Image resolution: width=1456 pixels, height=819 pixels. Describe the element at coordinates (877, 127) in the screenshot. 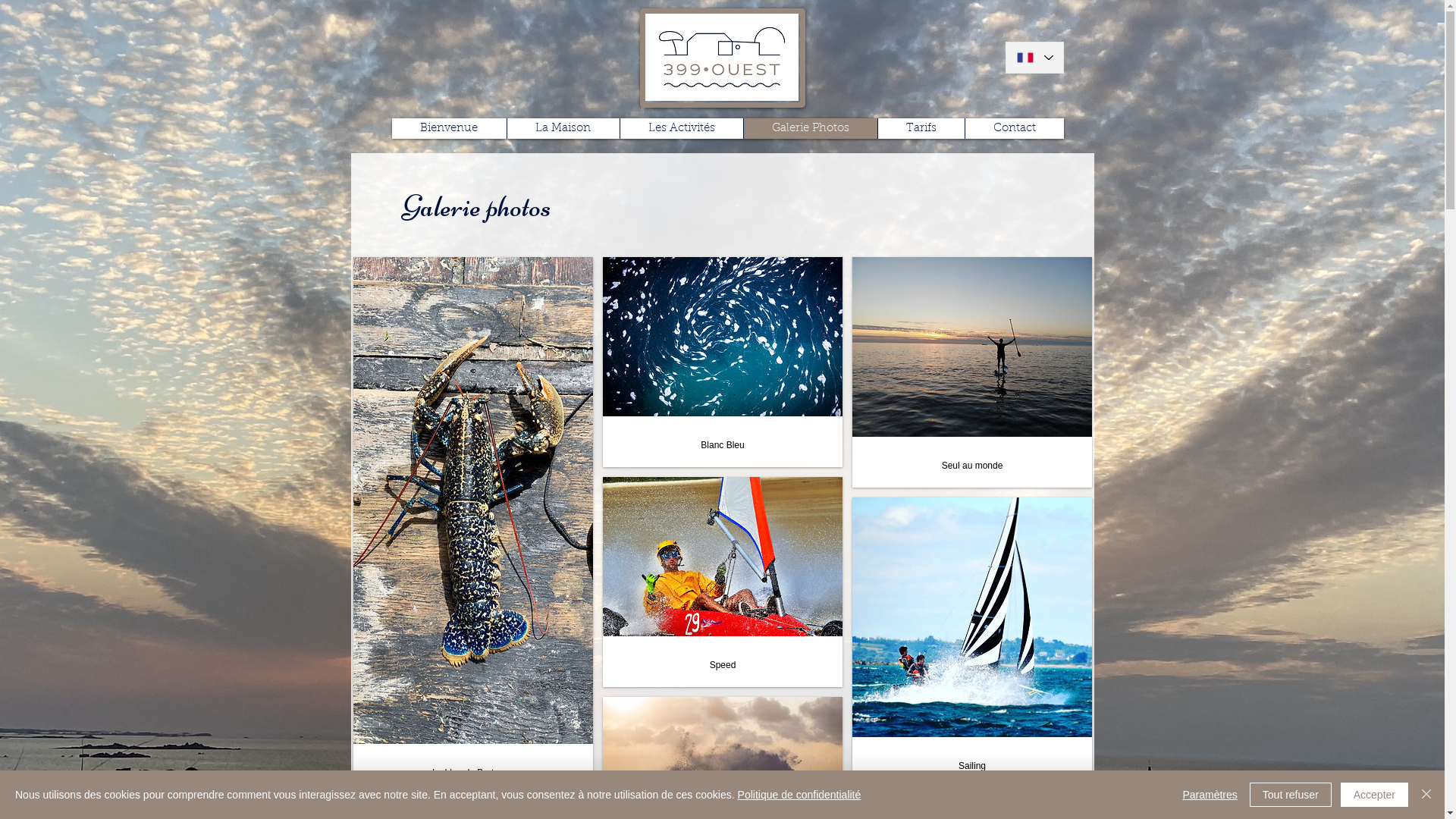

I see `'Tarifs'` at that location.